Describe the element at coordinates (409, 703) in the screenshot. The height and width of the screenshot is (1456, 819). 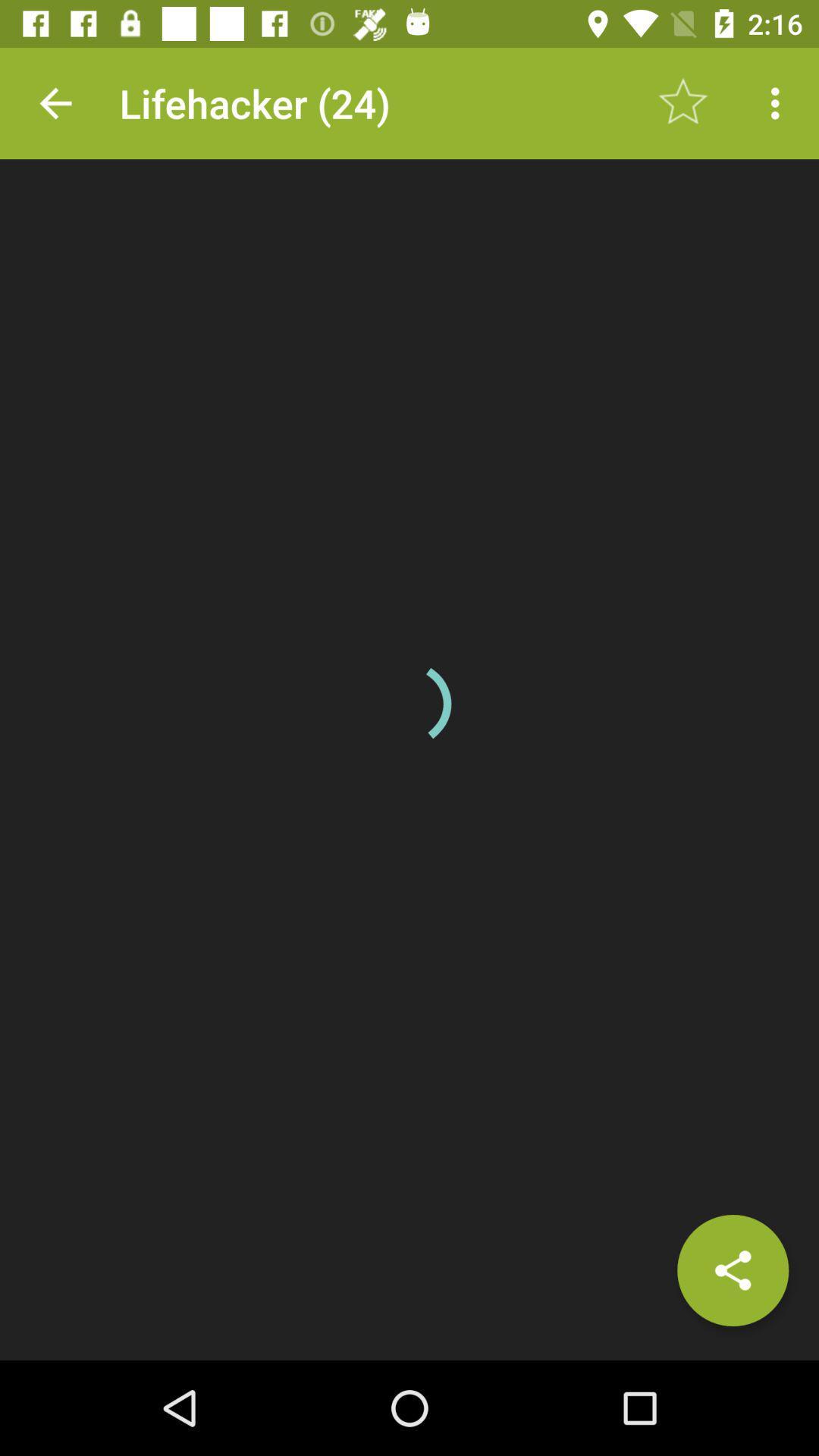
I see `the item at the center` at that location.